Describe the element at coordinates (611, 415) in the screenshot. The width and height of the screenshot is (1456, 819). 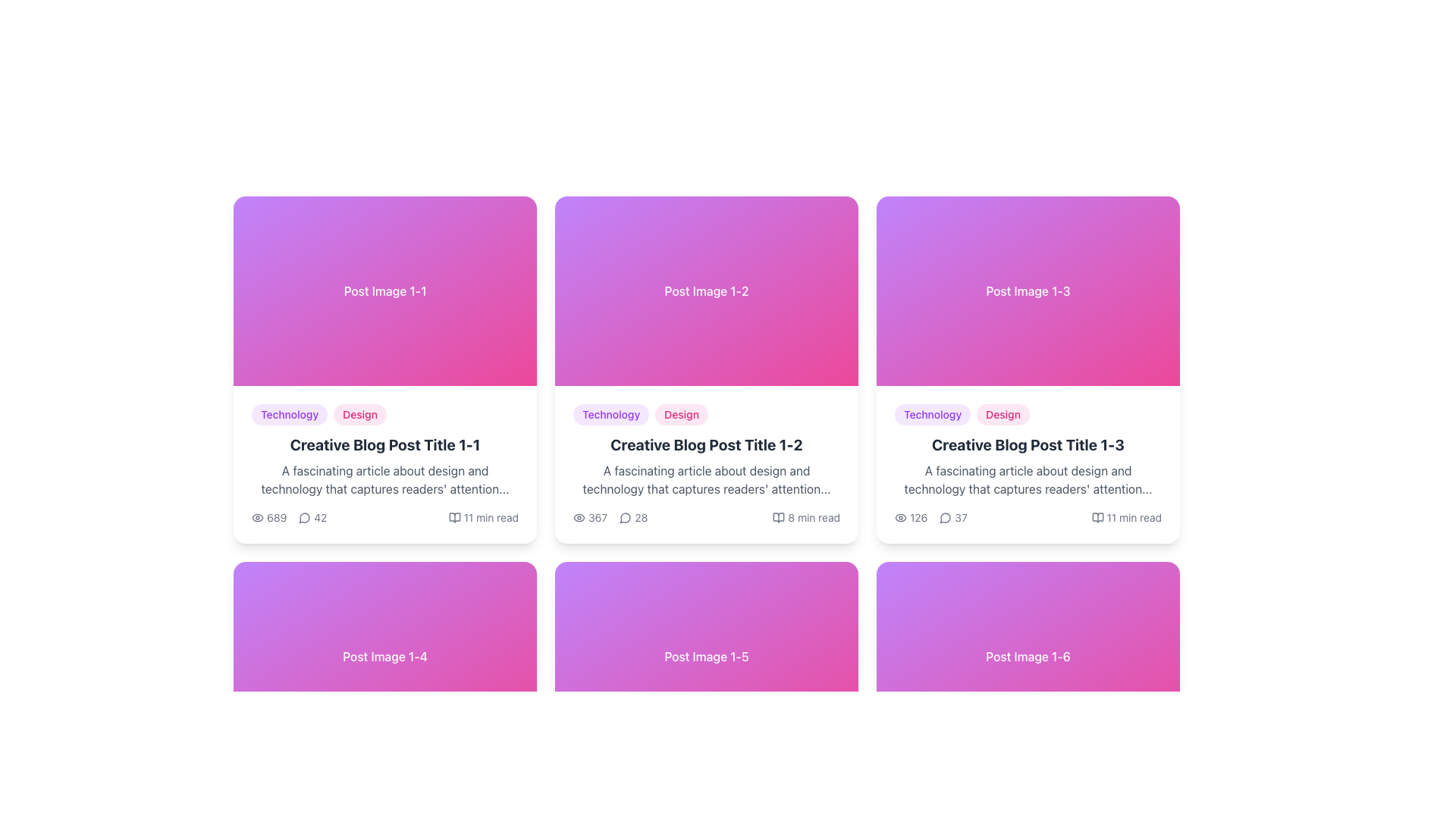
I see `the 'Technology' category label which is the first label in the top metadata section of the card for 'Creative Blog Post Title 1-2'` at that location.